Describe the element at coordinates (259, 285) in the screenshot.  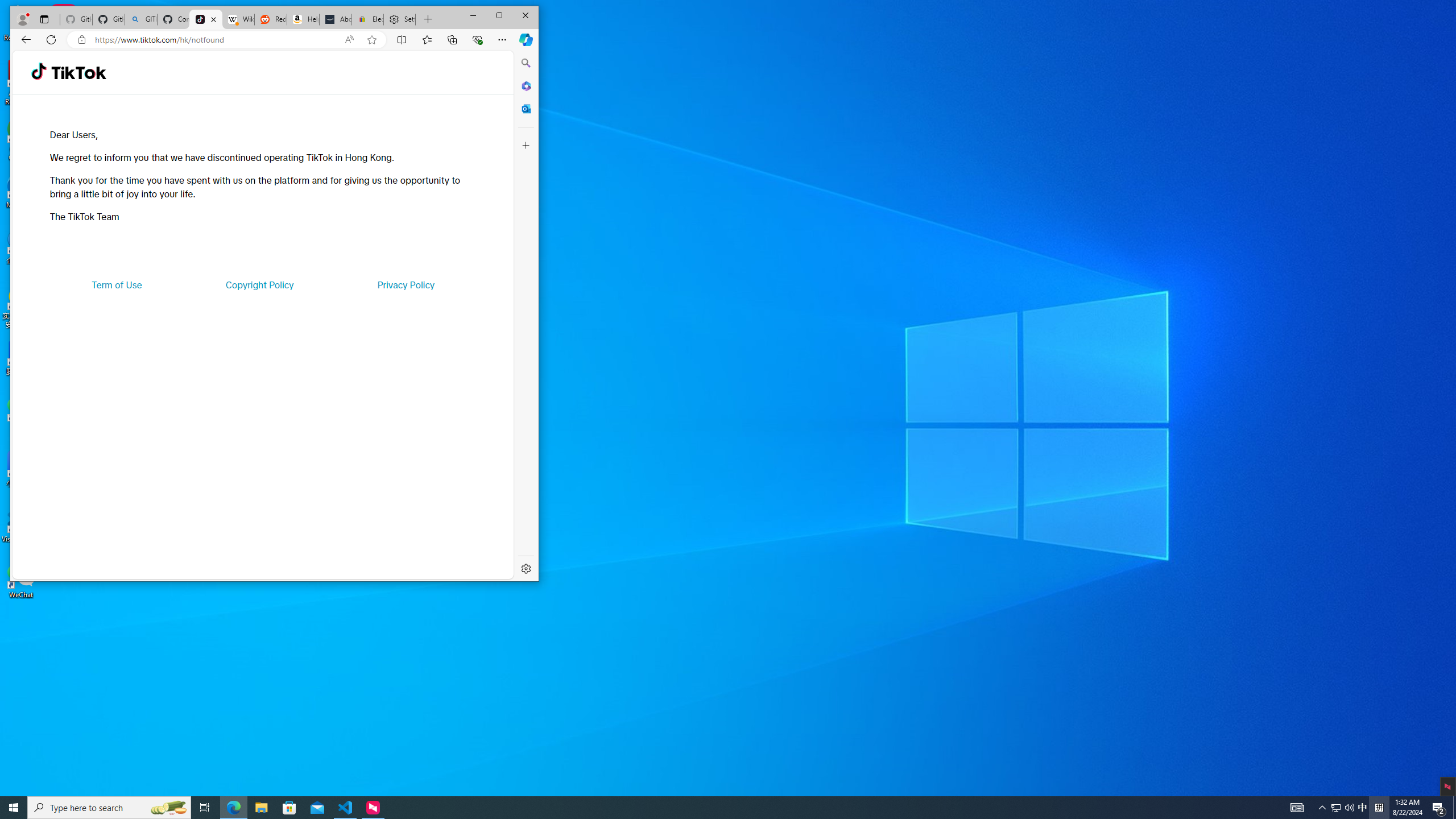
I see `'Copyright Policy'` at that location.